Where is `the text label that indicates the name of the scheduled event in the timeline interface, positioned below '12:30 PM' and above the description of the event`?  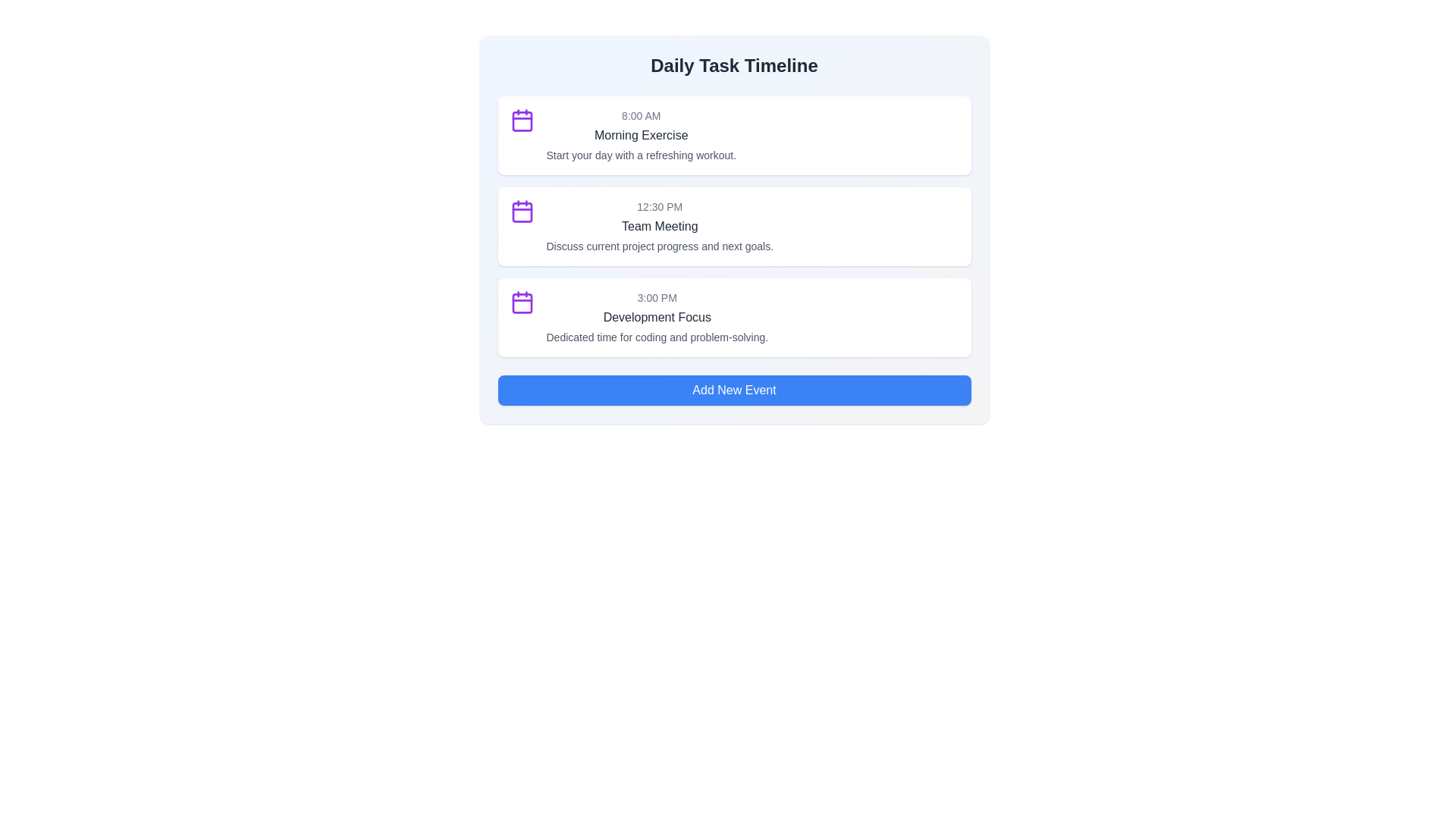 the text label that indicates the name of the scheduled event in the timeline interface, positioned below '12:30 PM' and above the description of the event is located at coordinates (660, 227).